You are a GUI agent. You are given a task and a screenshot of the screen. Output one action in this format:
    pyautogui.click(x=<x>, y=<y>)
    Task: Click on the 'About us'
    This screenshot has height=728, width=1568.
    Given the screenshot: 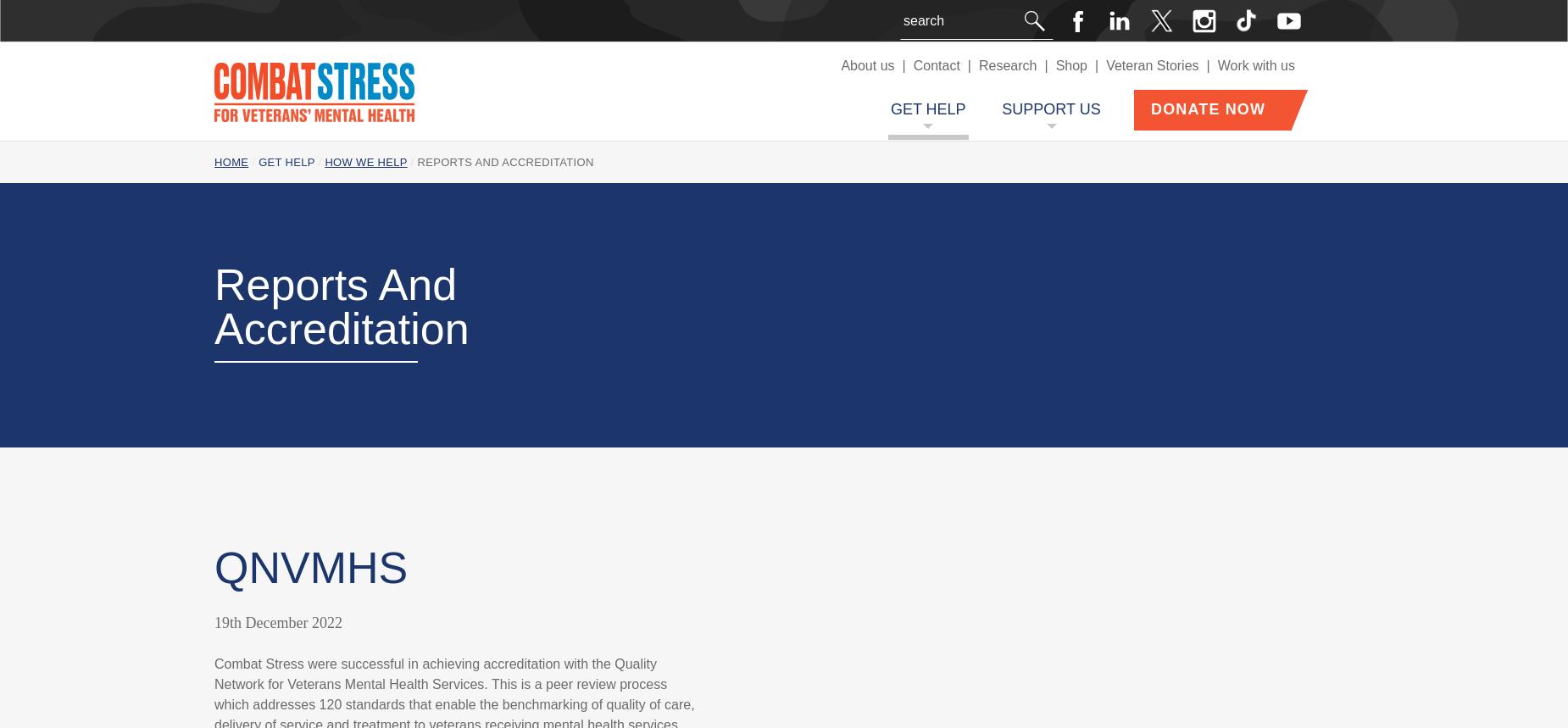 What is the action you would take?
    pyautogui.click(x=839, y=64)
    